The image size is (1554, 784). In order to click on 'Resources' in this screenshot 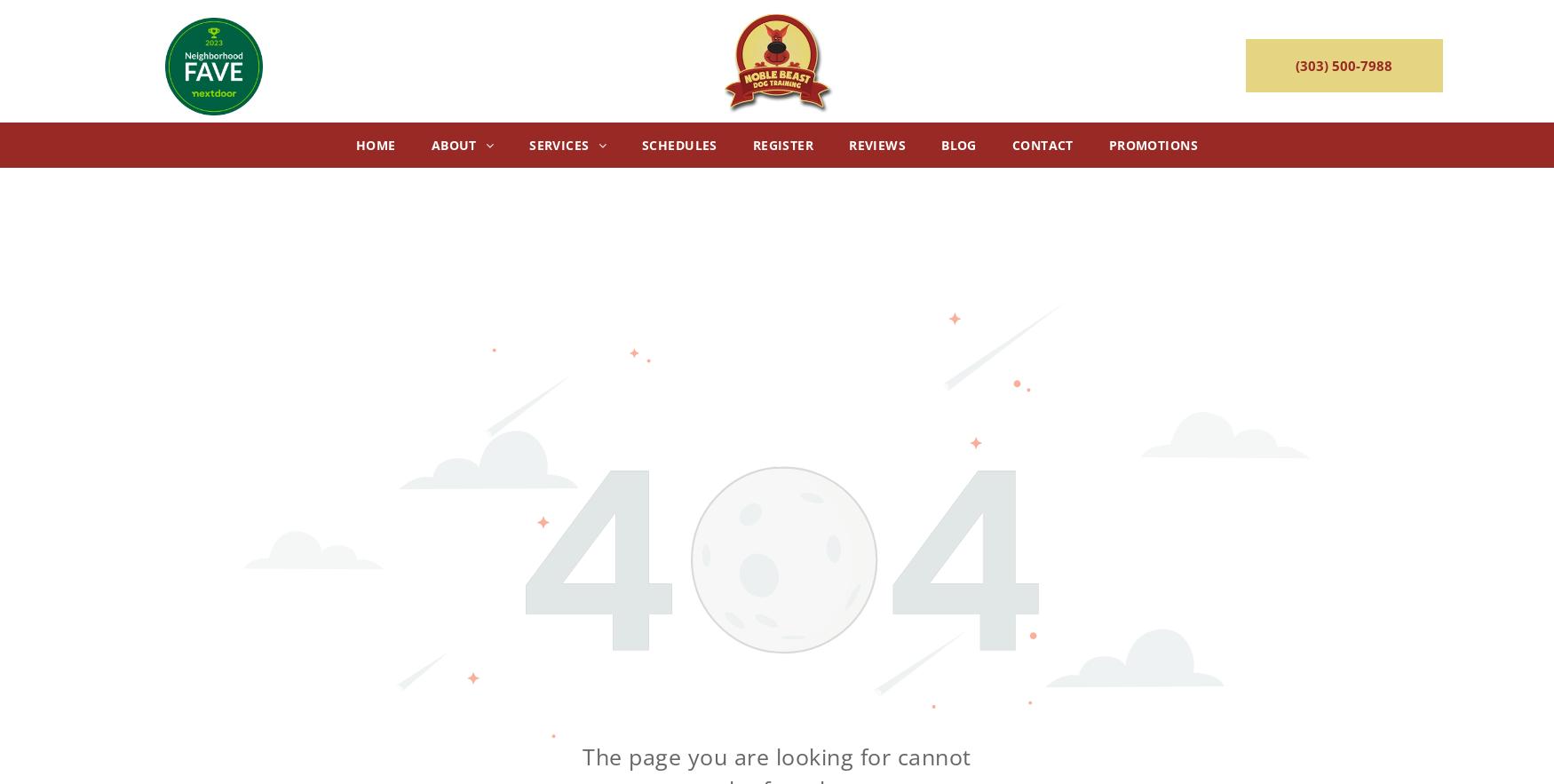, I will do `click(538, 383)`.